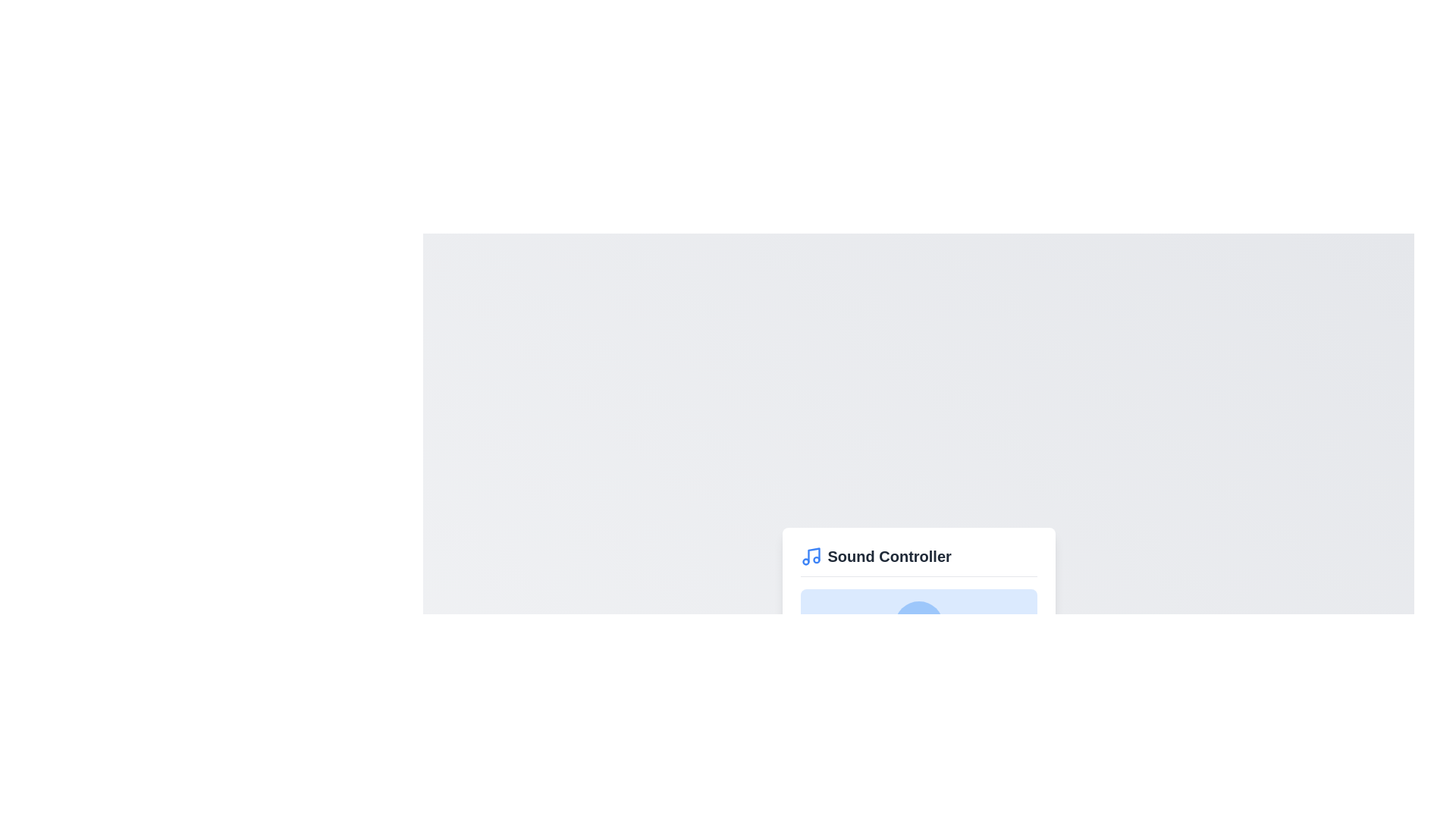  I want to click on the volume slider to 23% to observe the change in the volume indicator, so click(855, 679).